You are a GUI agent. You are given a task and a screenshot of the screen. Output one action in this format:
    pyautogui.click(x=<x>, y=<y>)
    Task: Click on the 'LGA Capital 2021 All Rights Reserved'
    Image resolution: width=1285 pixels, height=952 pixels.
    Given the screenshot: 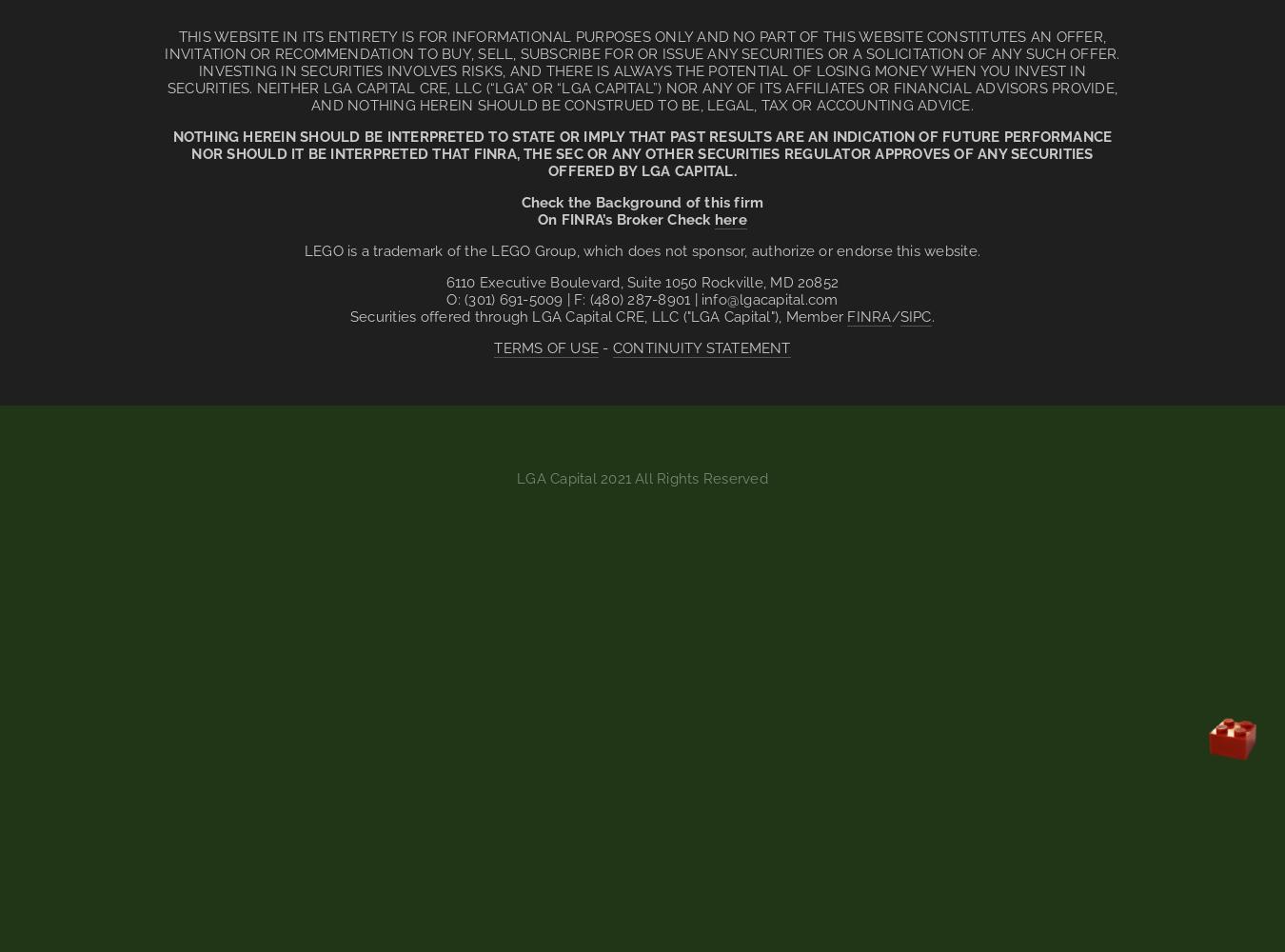 What is the action you would take?
    pyautogui.click(x=642, y=479)
    